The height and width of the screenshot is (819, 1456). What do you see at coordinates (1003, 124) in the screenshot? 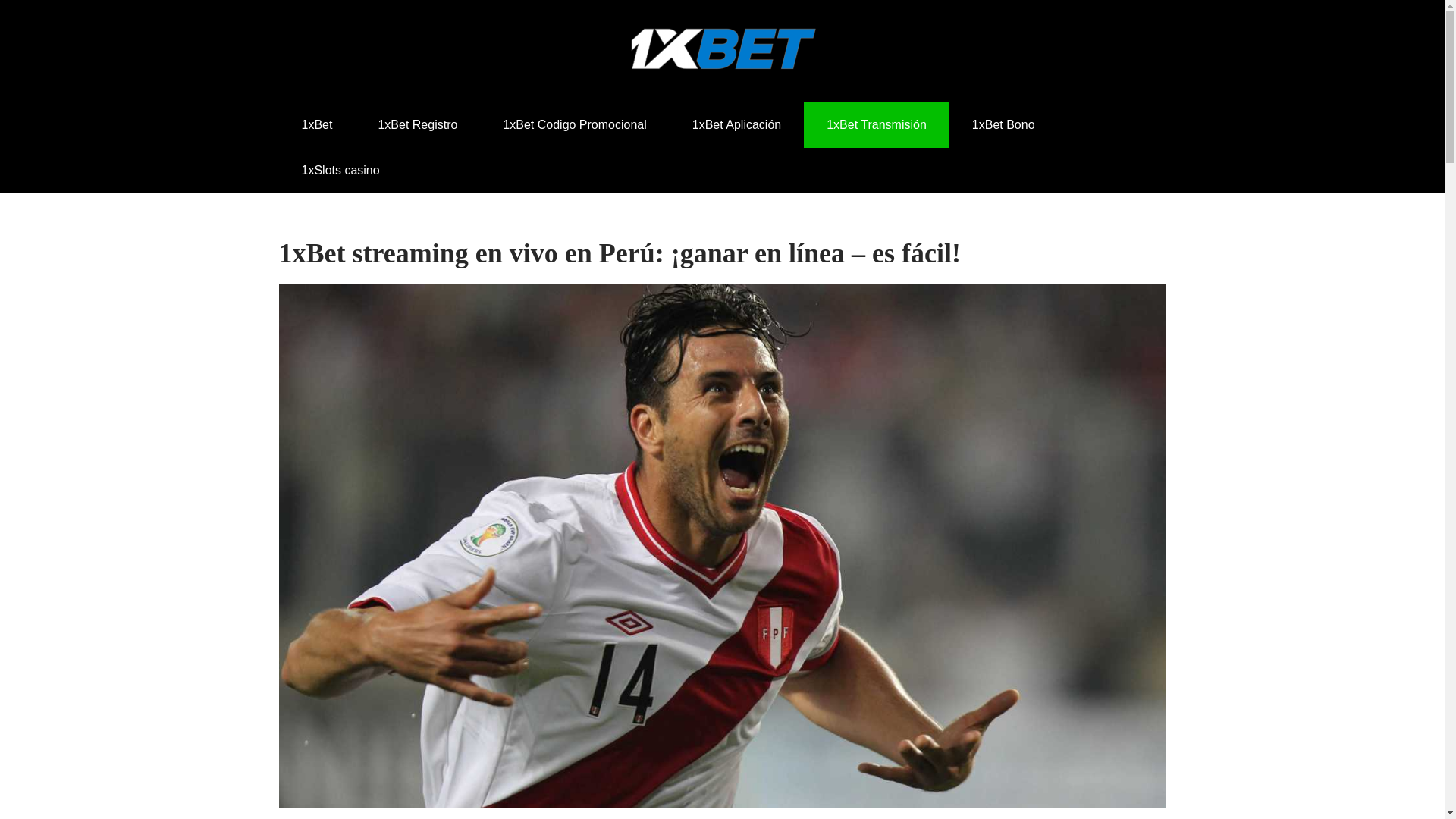
I see `'1xBet Bono'` at bounding box center [1003, 124].